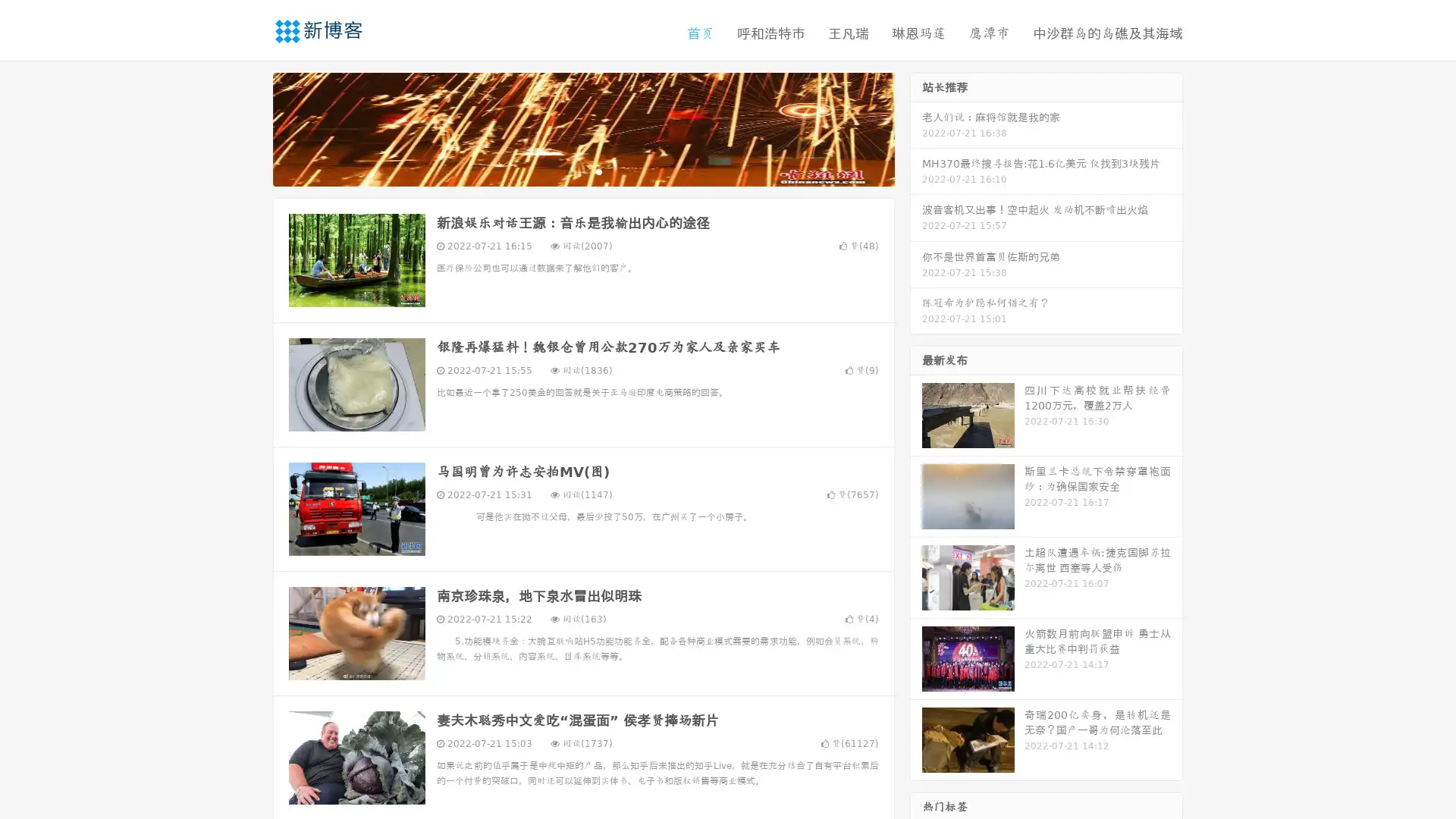  I want to click on Go to slide 2, so click(582, 171).